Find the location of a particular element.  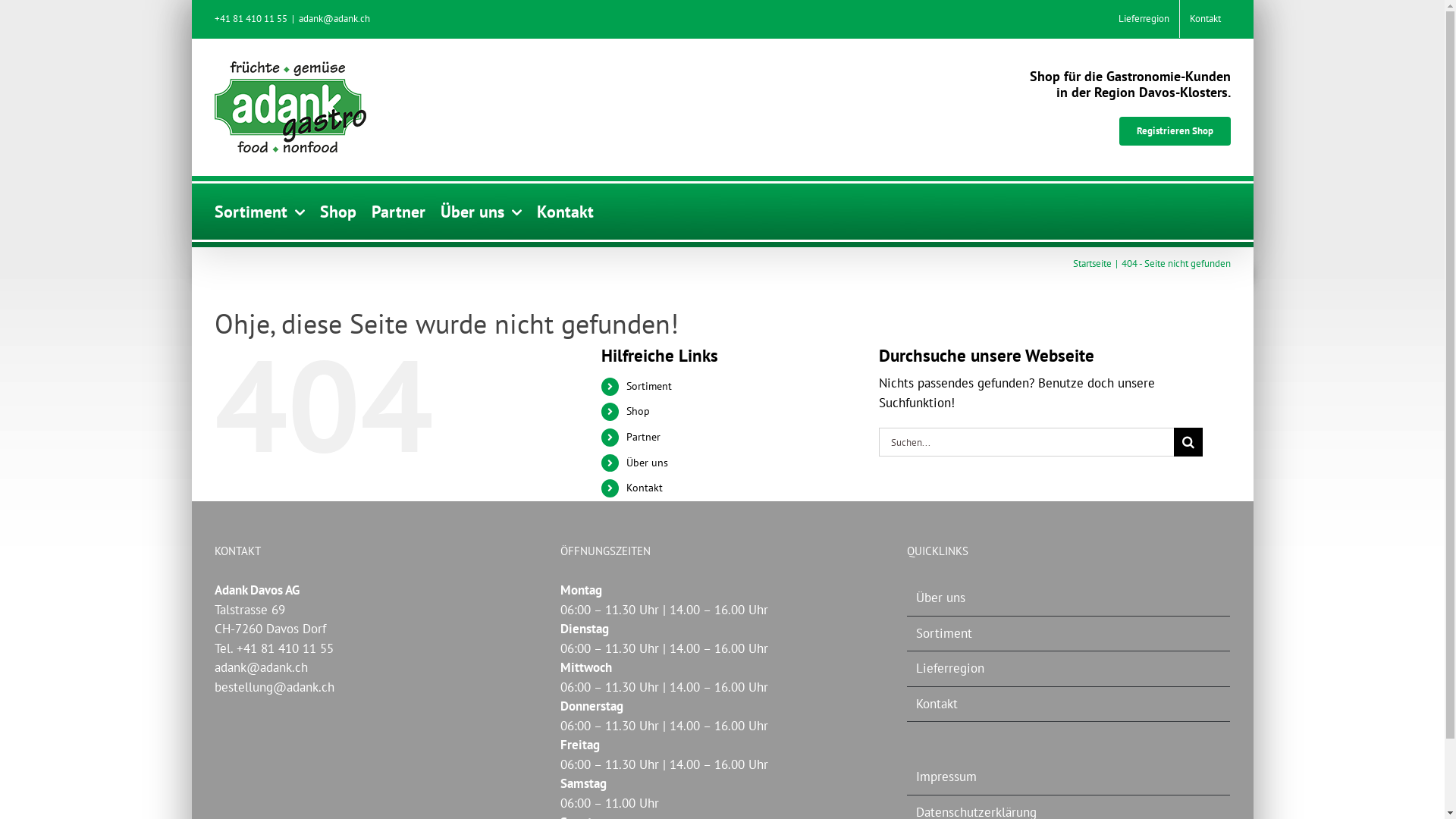

'Shop' is located at coordinates (337, 211).